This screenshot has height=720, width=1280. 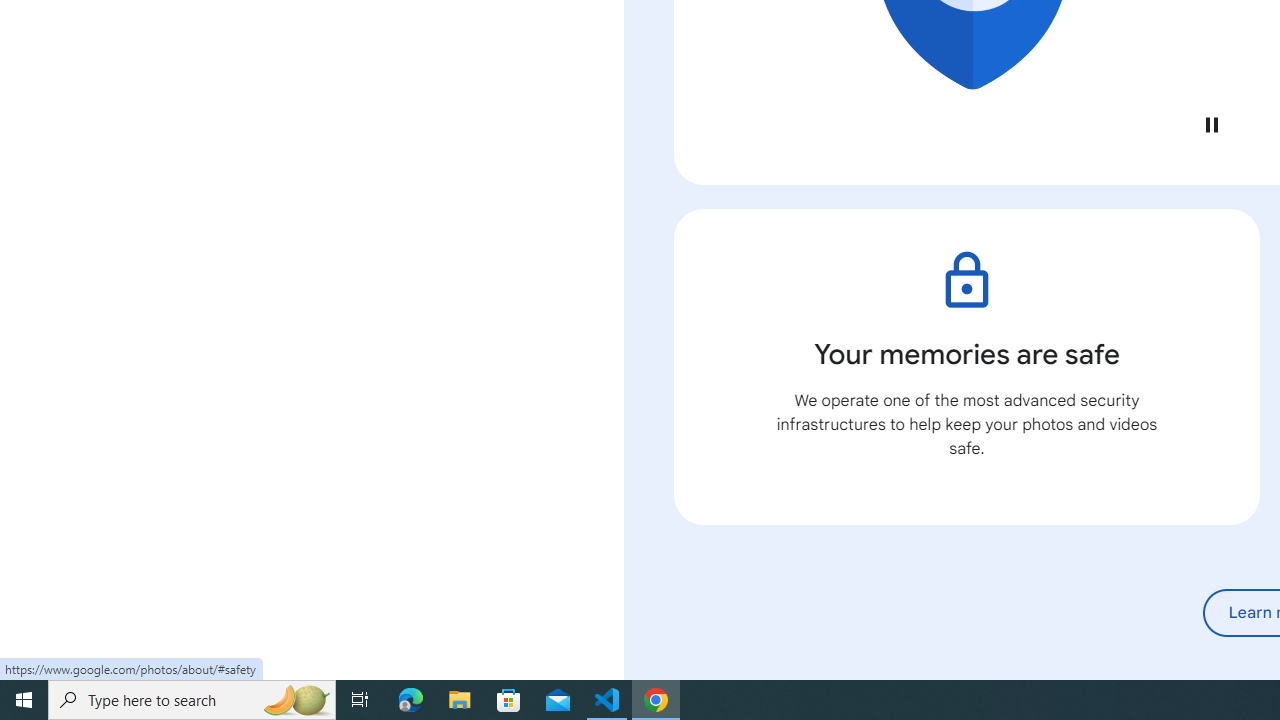 I want to click on 'Padlock icon indicating security. ', so click(x=966, y=280).